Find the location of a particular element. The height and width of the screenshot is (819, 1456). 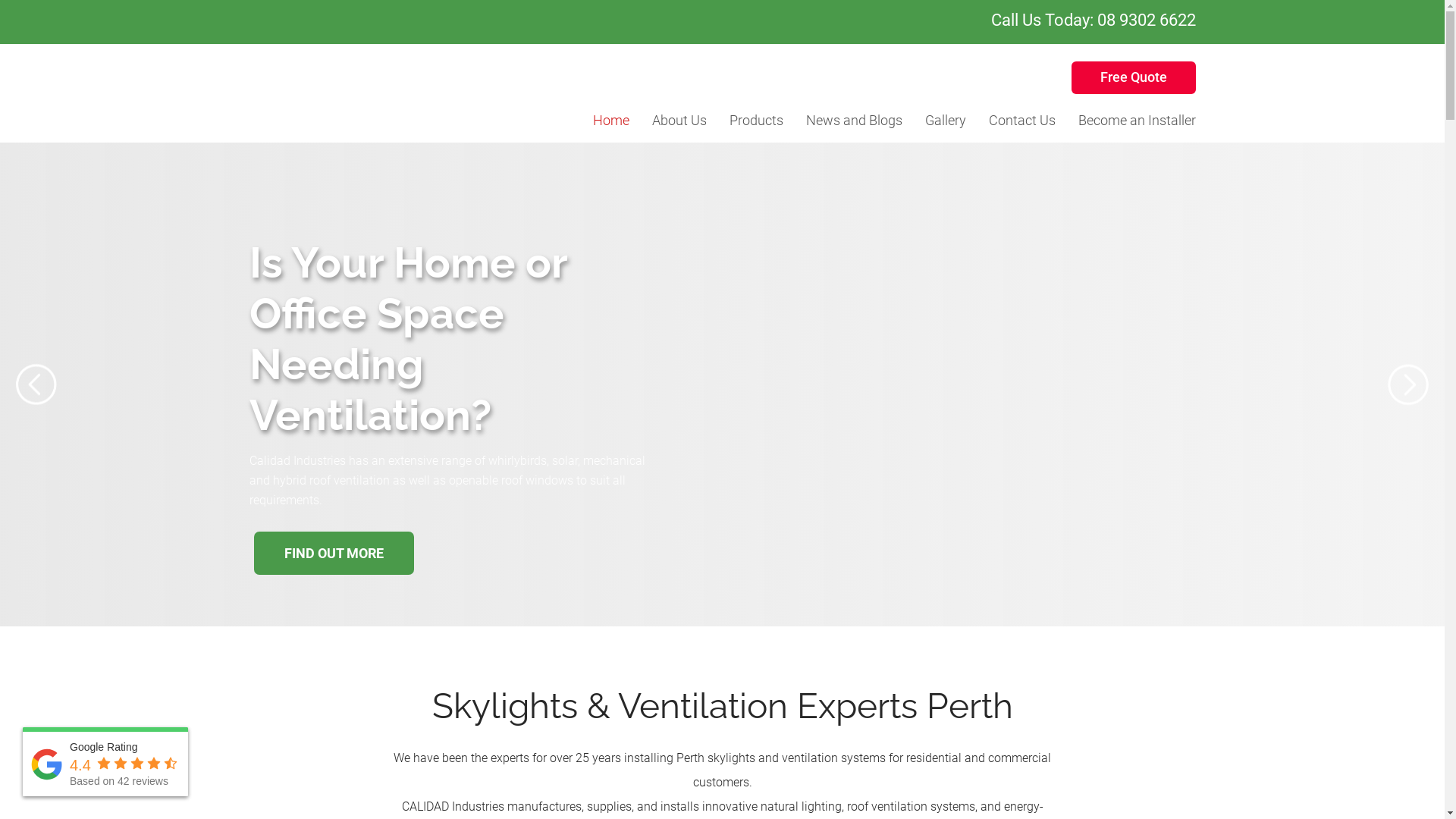

'News and Blogs' is located at coordinates (853, 119).